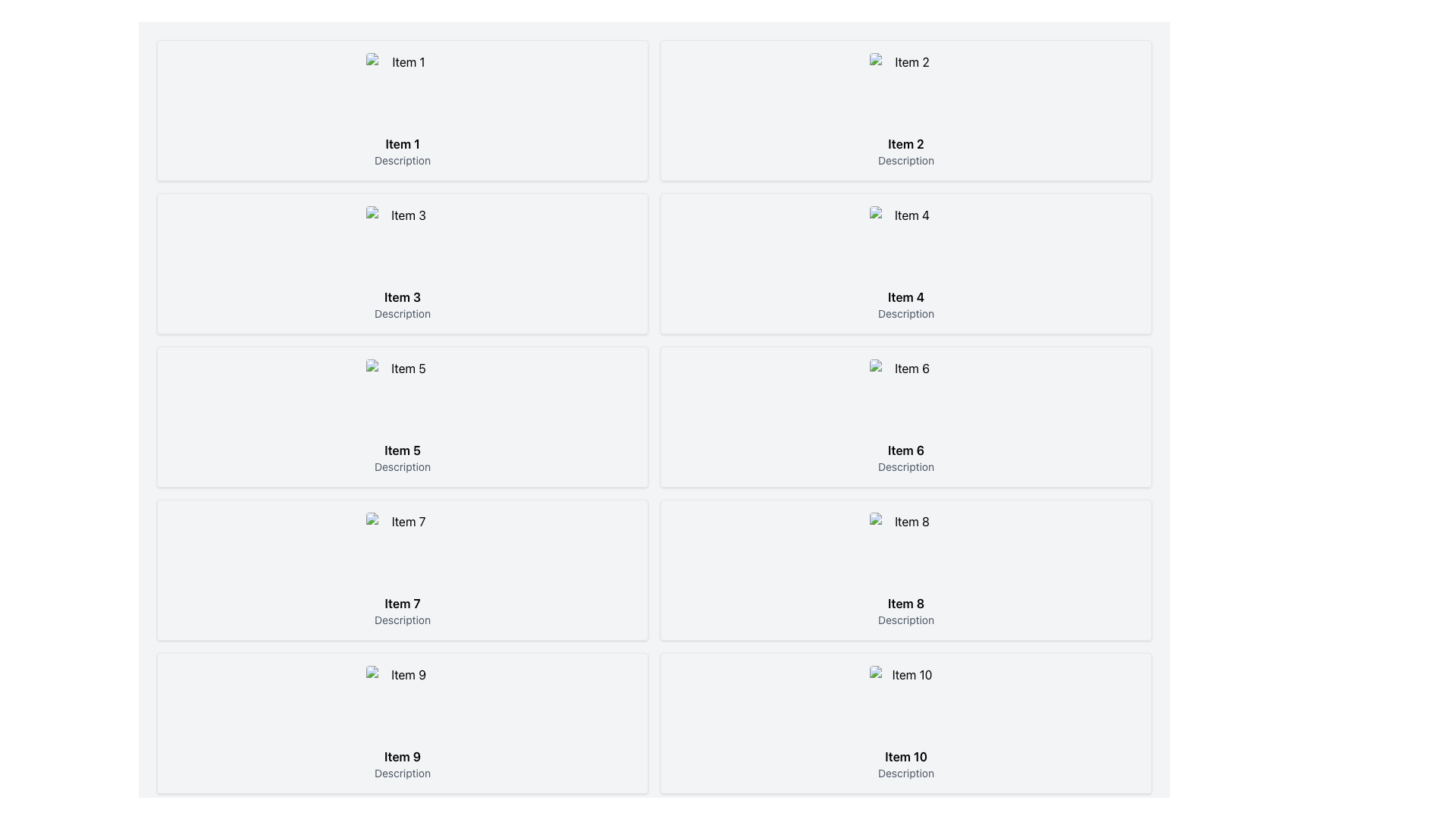 The image size is (1456, 819). I want to click on the image representing 'Item 4' located, so click(906, 242).